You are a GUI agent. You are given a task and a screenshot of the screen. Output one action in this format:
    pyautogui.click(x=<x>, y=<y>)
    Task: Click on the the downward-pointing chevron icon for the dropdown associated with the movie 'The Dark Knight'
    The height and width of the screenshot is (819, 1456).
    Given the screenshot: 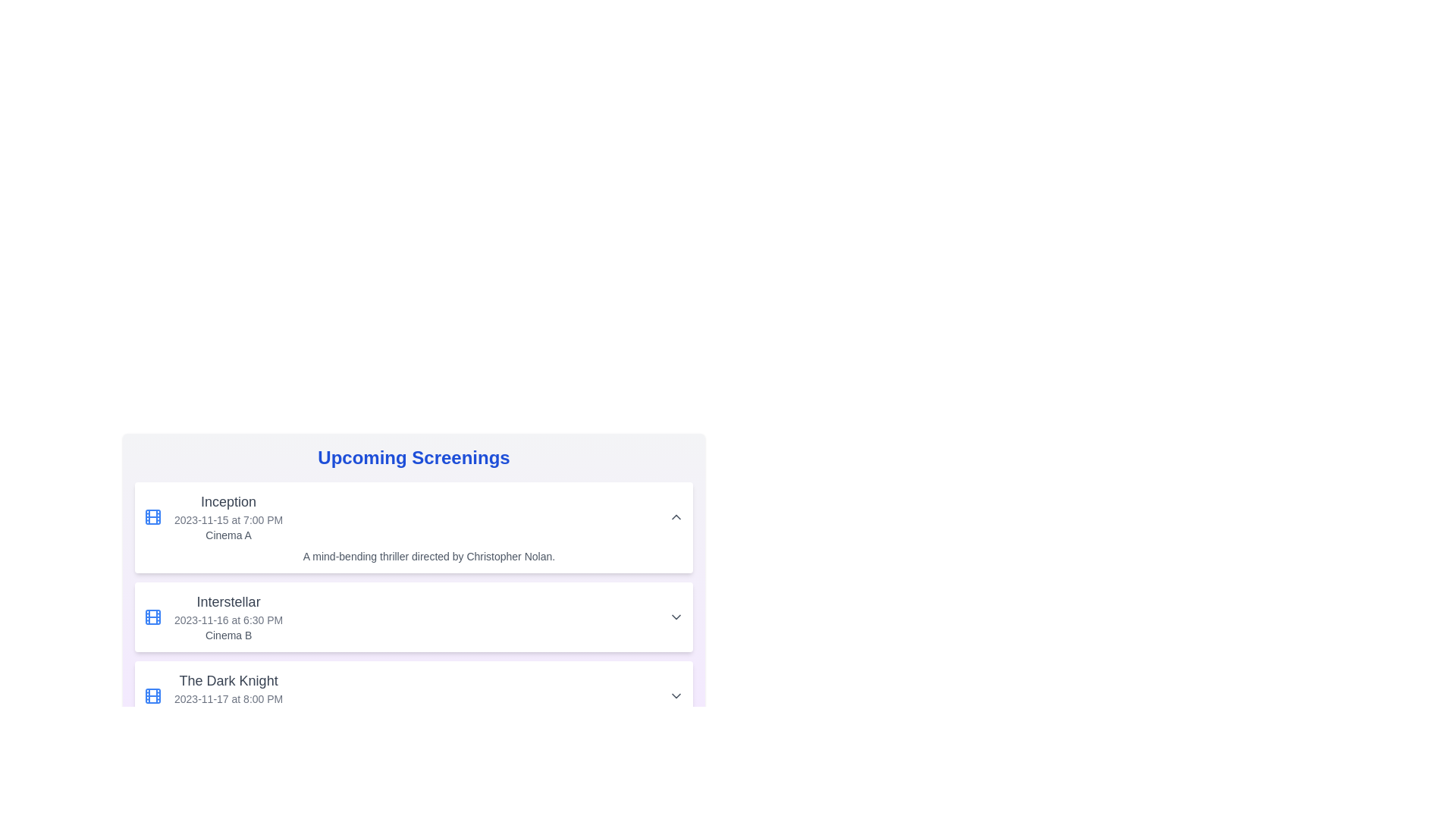 What is the action you would take?
    pyautogui.click(x=676, y=696)
    